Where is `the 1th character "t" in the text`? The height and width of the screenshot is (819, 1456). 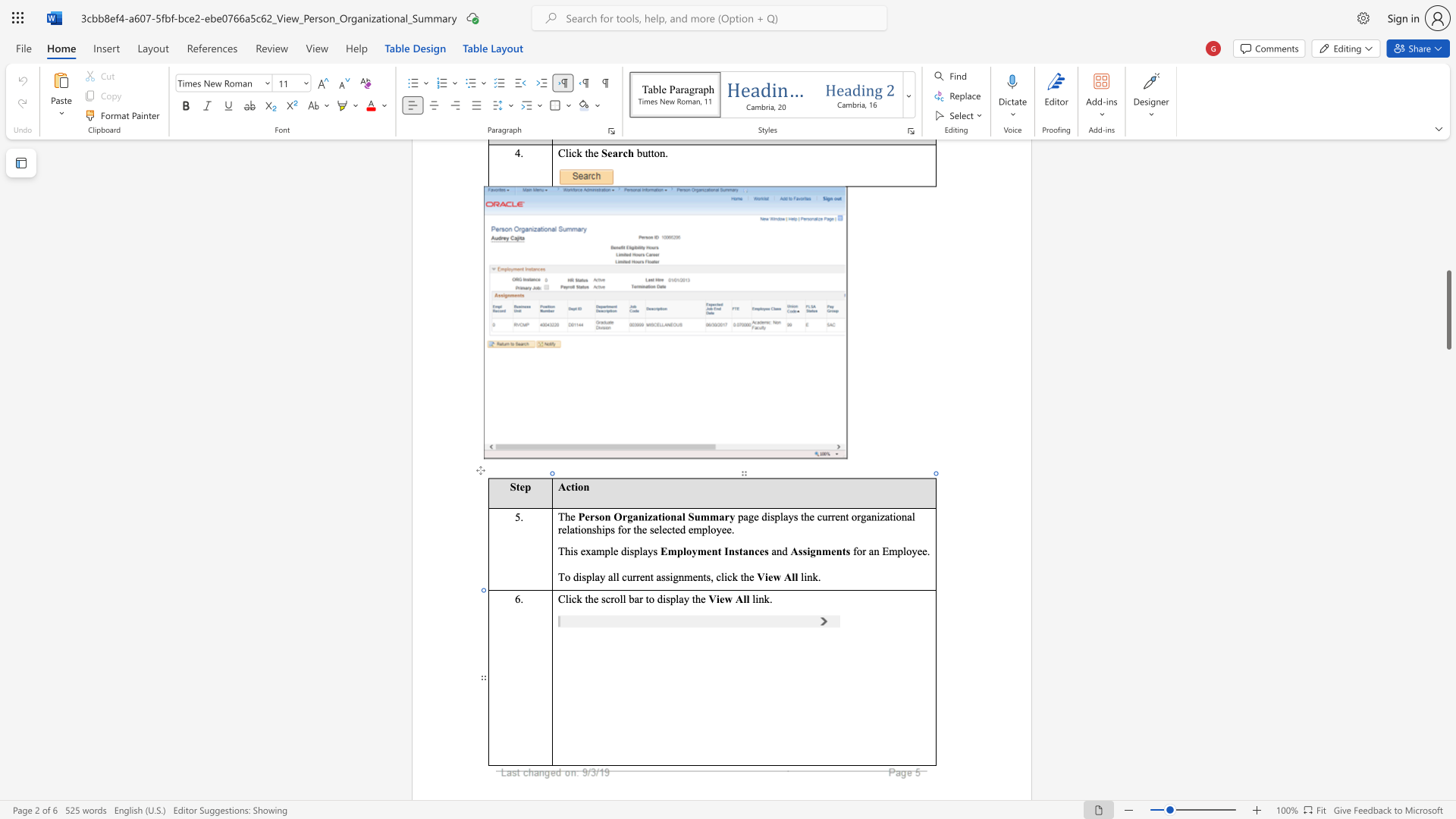
the 1th character "t" in the text is located at coordinates (660, 516).